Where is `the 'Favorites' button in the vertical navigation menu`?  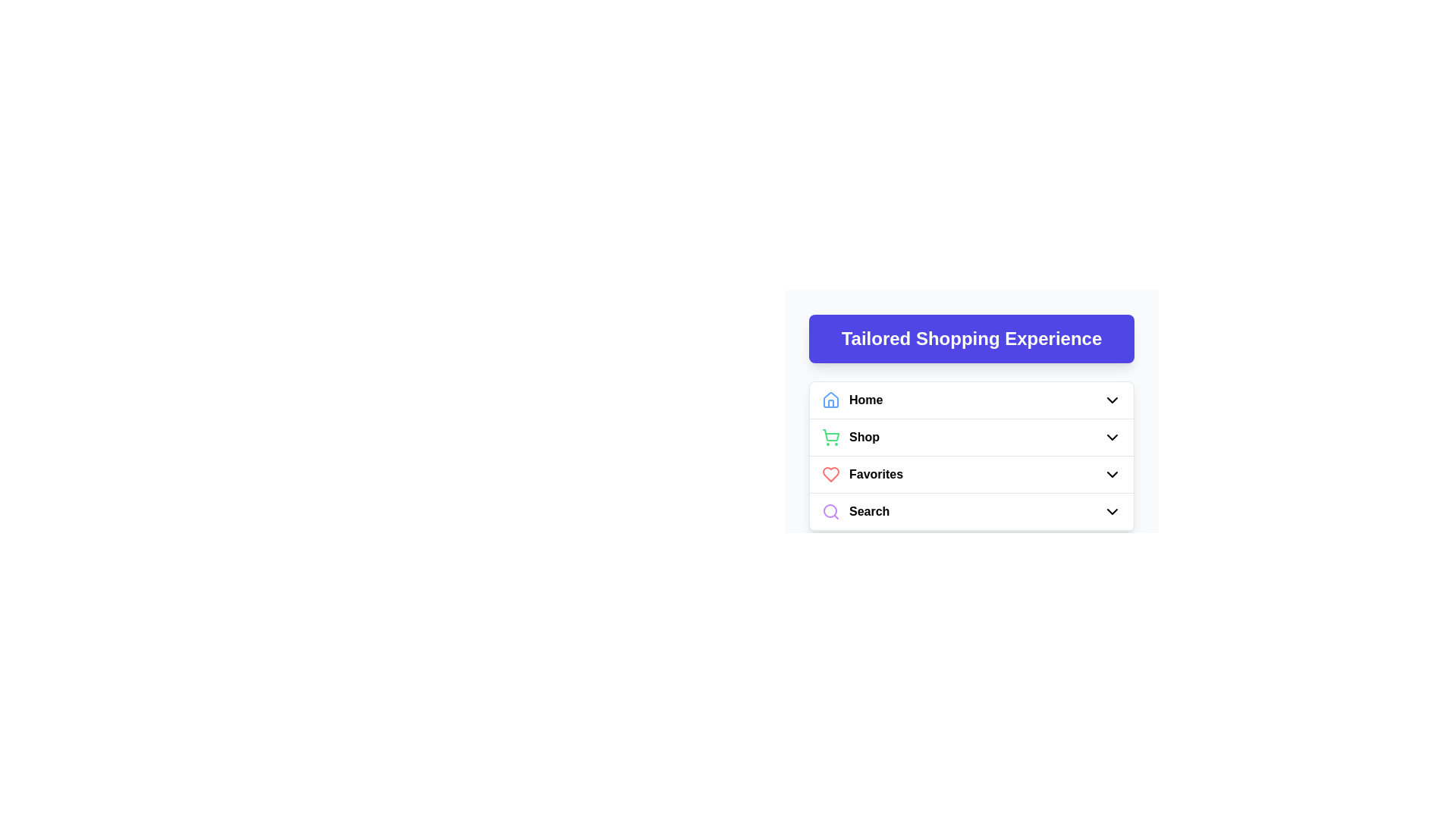 the 'Favorites' button in the vertical navigation menu is located at coordinates (971, 474).